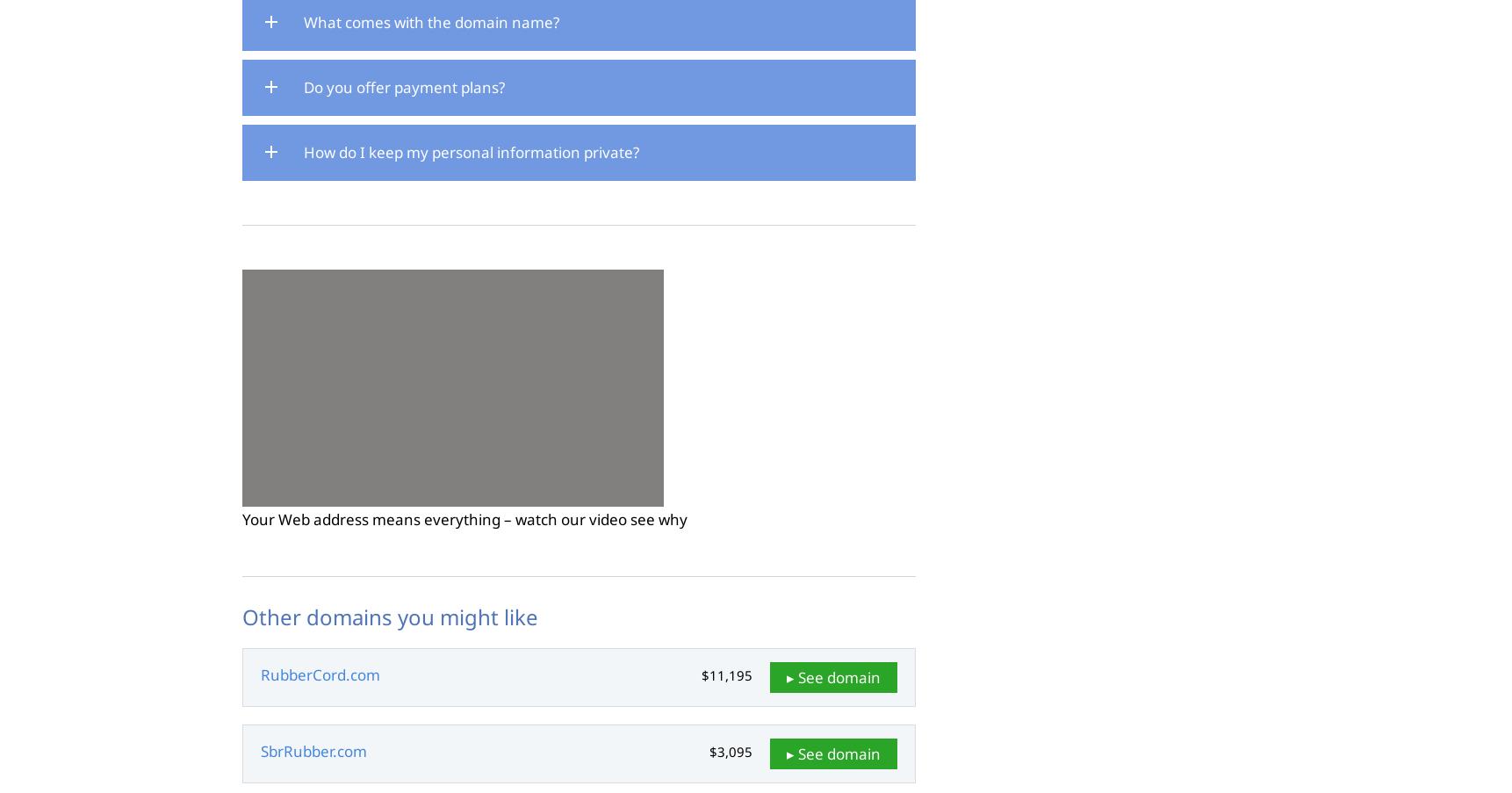 Image resolution: width=1512 pixels, height=793 pixels. I want to click on 'RubberCord.com', so click(320, 674).